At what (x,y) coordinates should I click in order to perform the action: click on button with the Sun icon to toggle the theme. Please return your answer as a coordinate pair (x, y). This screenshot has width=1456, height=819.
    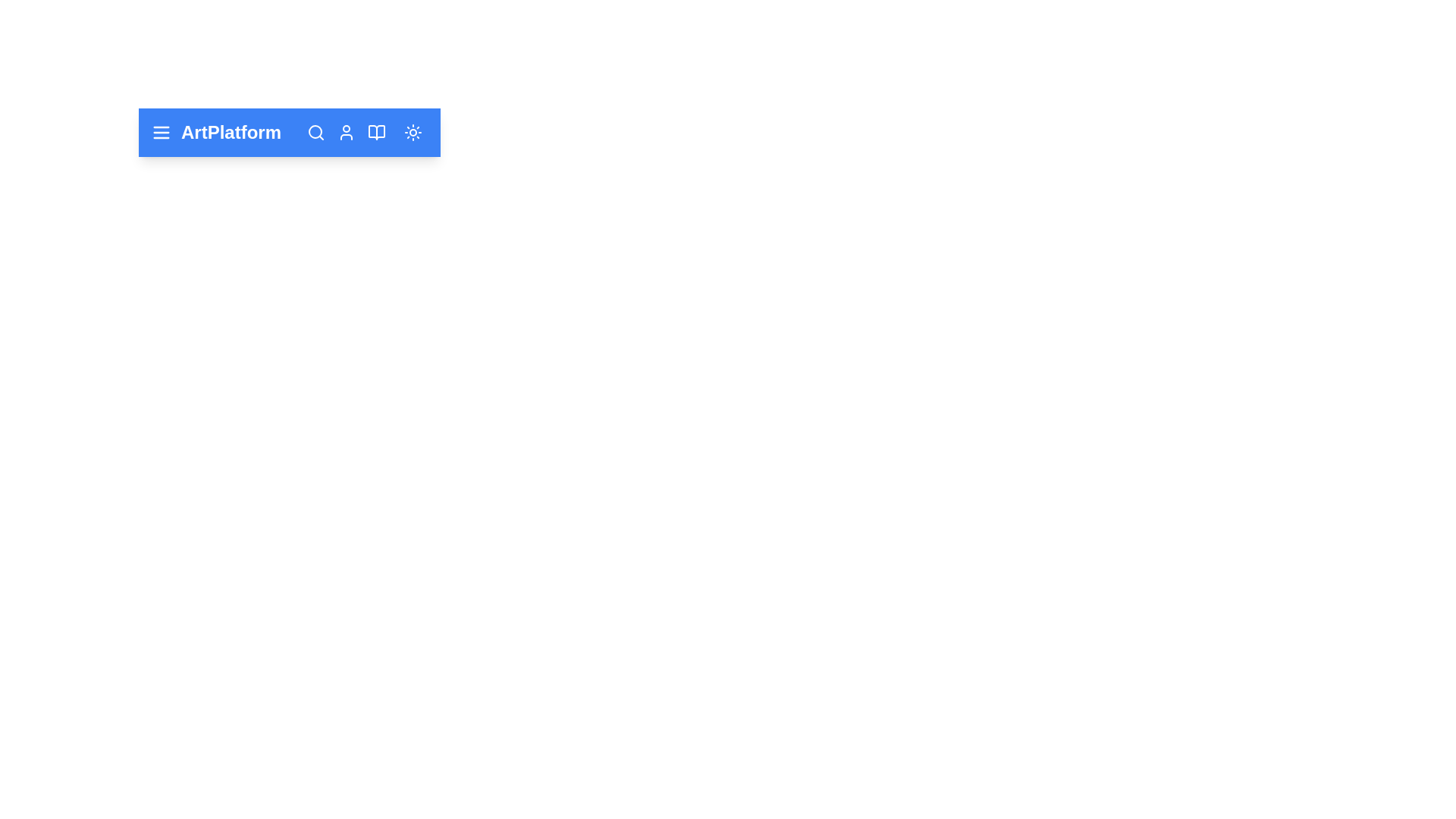
    Looking at the image, I should click on (413, 131).